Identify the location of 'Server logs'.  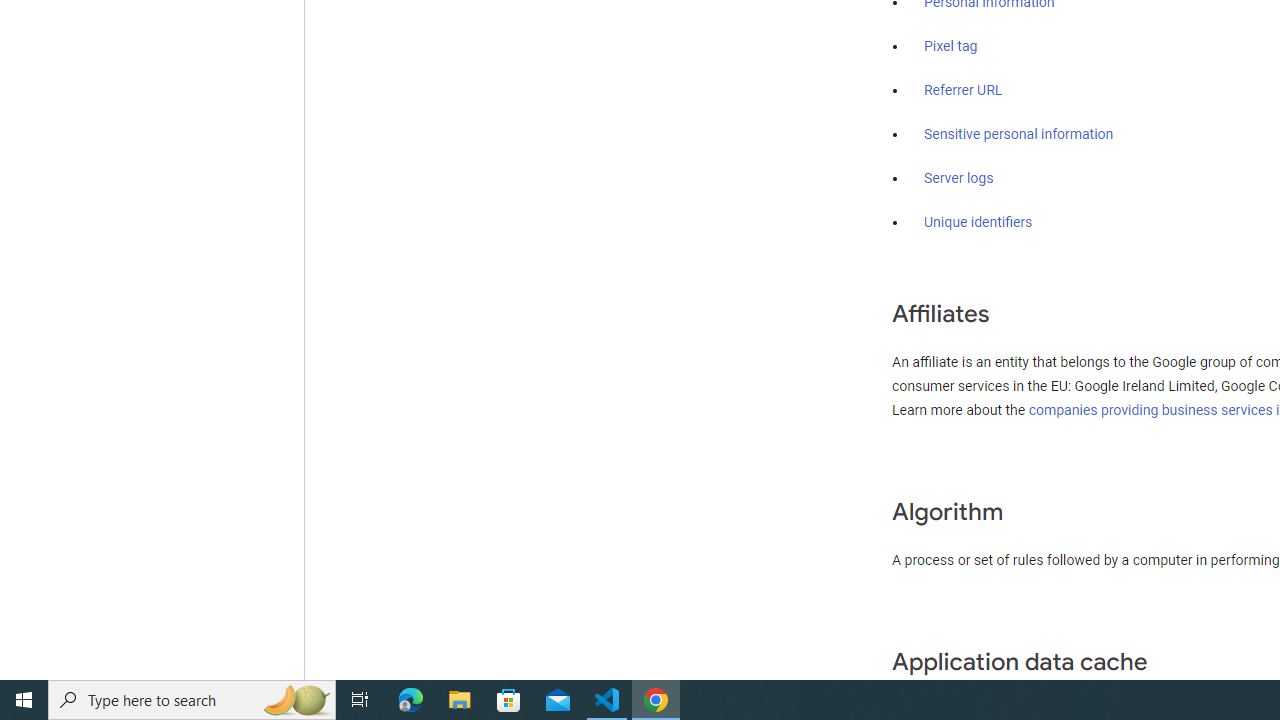
(958, 177).